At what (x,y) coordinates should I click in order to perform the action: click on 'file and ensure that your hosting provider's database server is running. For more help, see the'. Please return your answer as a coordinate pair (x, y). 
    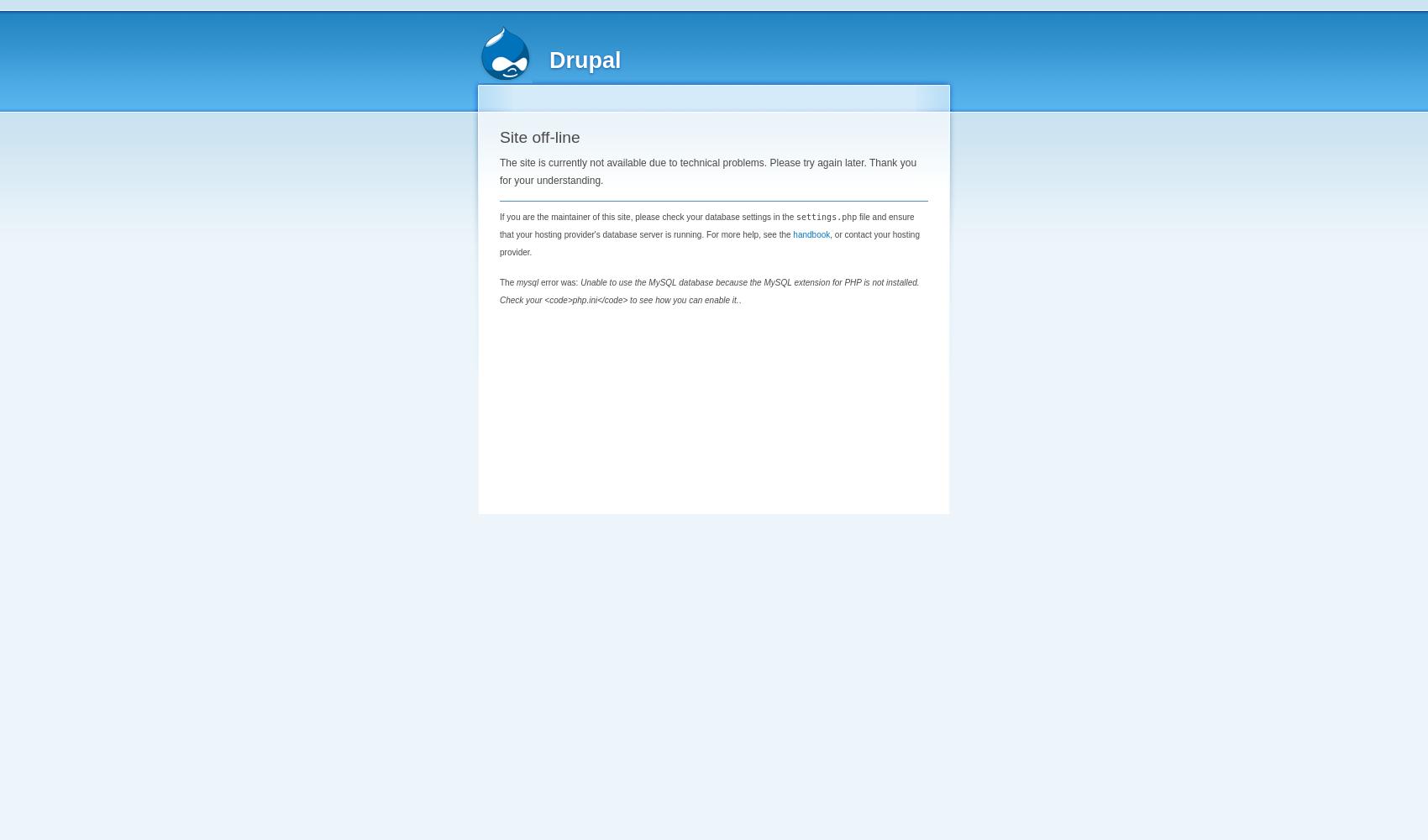
    Looking at the image, I should click on (706, 225).